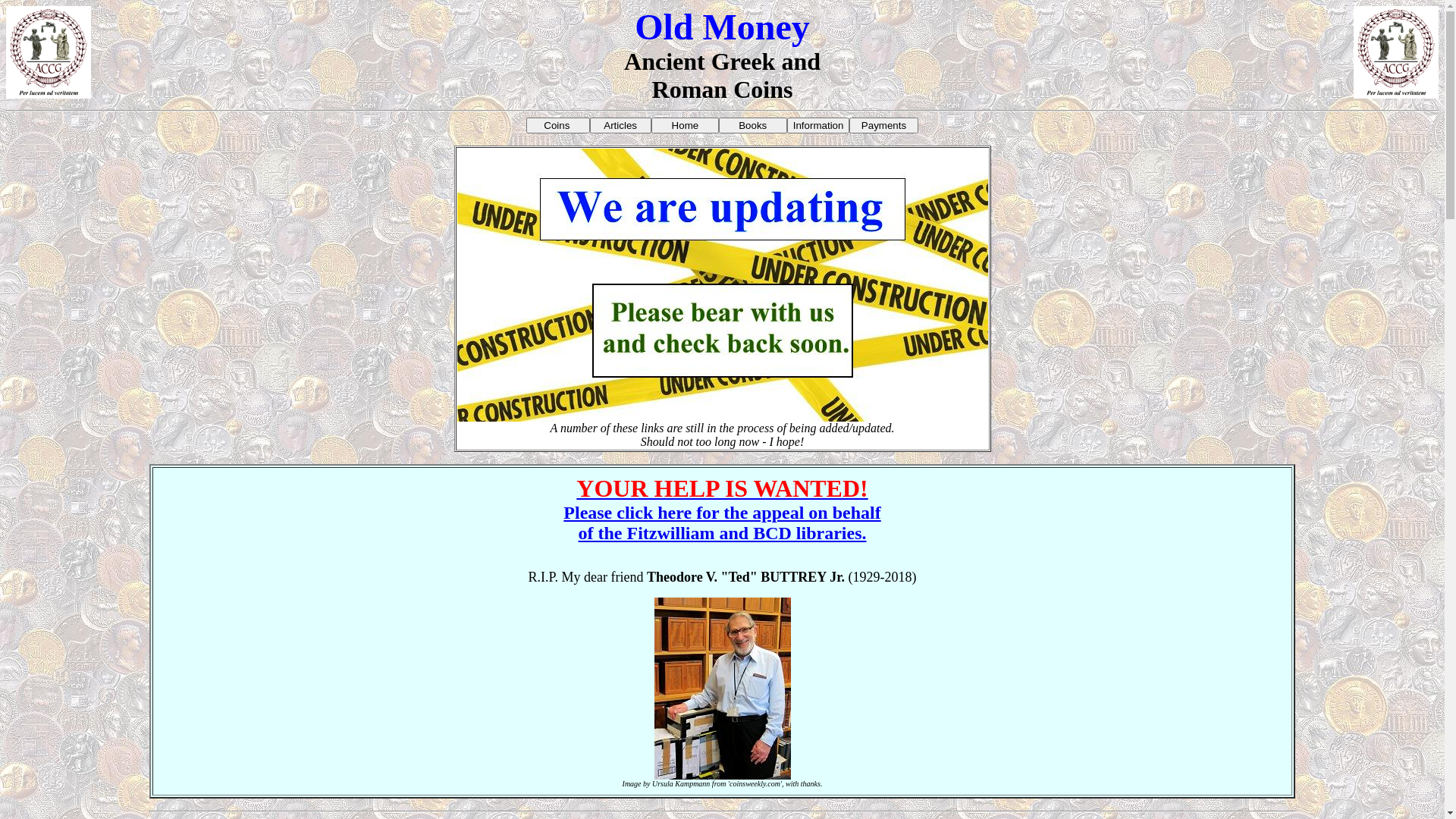  Describe the element at coordinates (786, 124) in the screenshot. I see `'Information'` at that location.